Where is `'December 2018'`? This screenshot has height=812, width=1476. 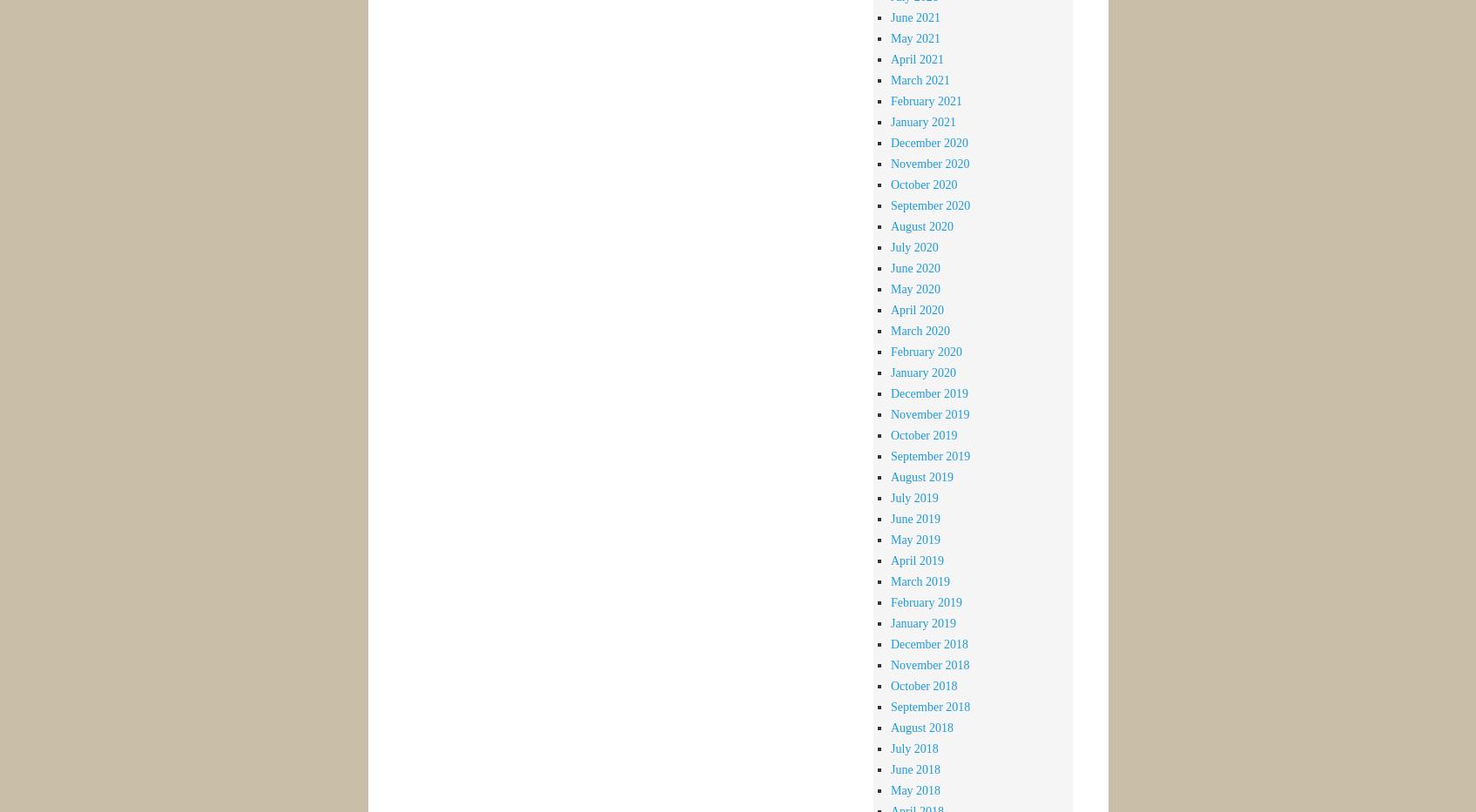 'December 2018' is located at coordinates (888, 642).